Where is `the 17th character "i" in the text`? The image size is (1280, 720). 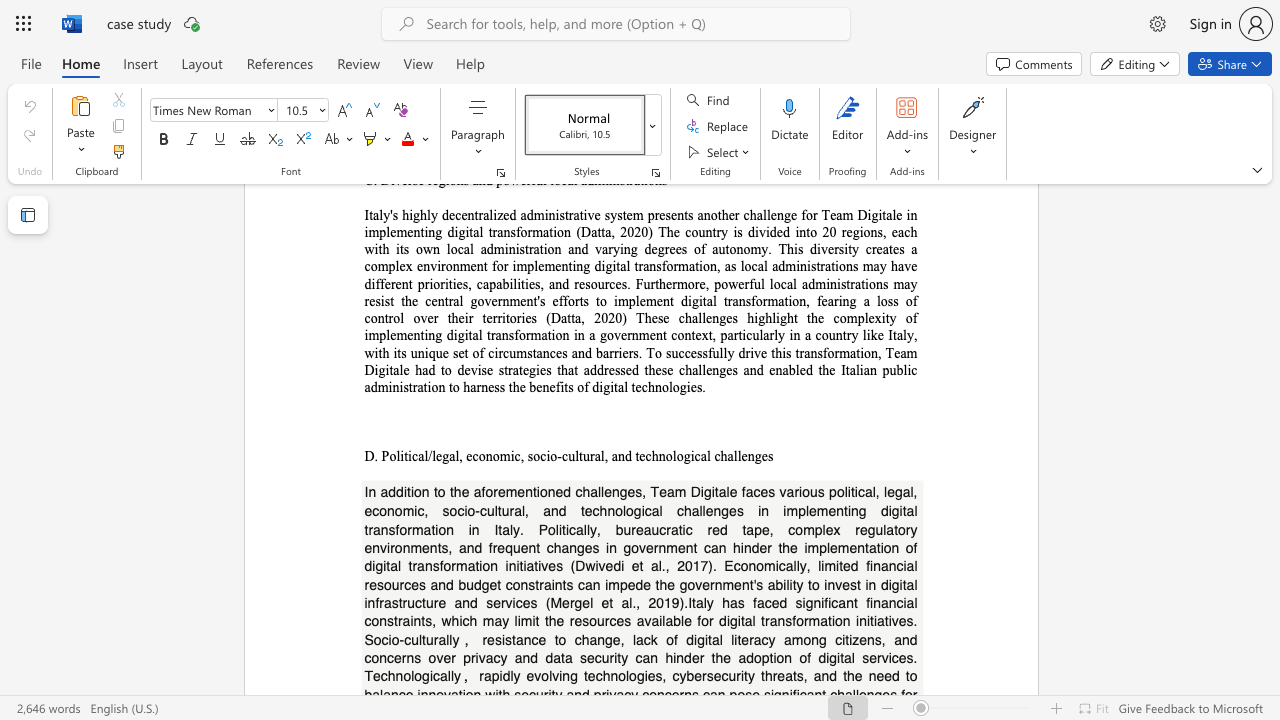
the 17th character "i" in the text is located at coordinates (868, 620).